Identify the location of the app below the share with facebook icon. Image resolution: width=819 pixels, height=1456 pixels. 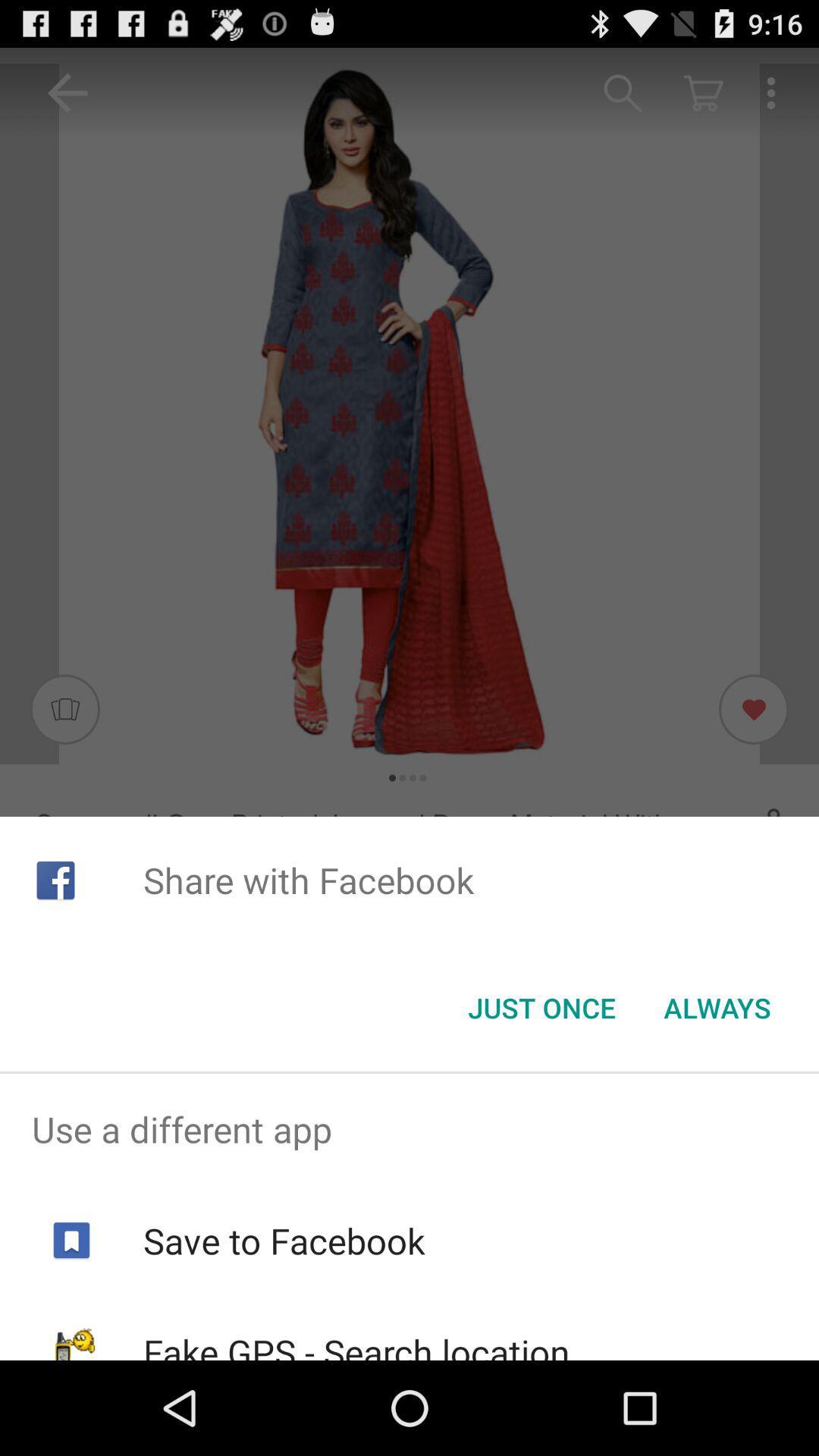
(717, 1008).